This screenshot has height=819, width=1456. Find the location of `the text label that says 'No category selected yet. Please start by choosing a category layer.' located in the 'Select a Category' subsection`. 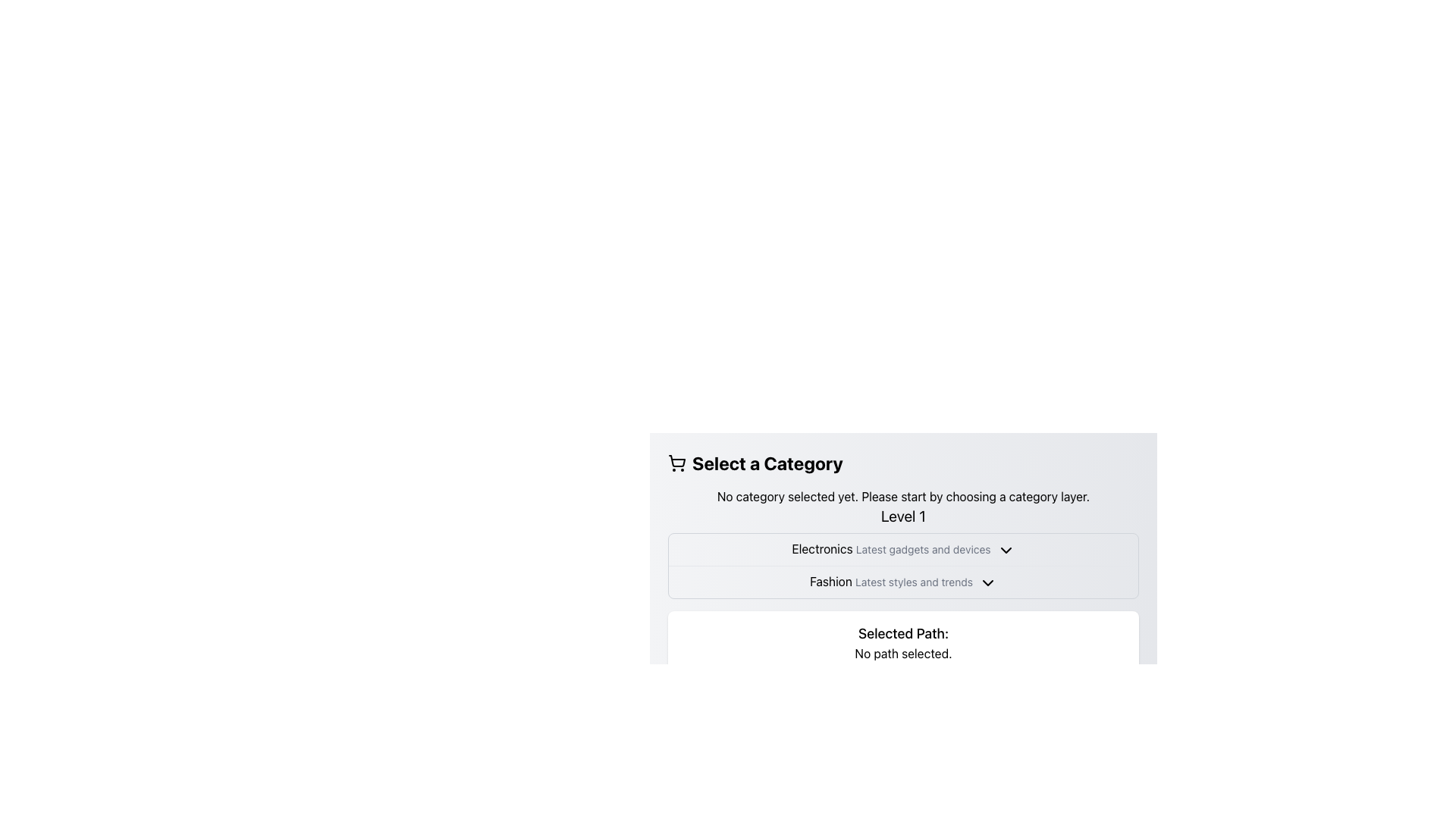

the text label that says 'No category selected yet. Please start by choosing a category layer.' located in the 'Select a Category' subsection is located at coordinates (903, 497).